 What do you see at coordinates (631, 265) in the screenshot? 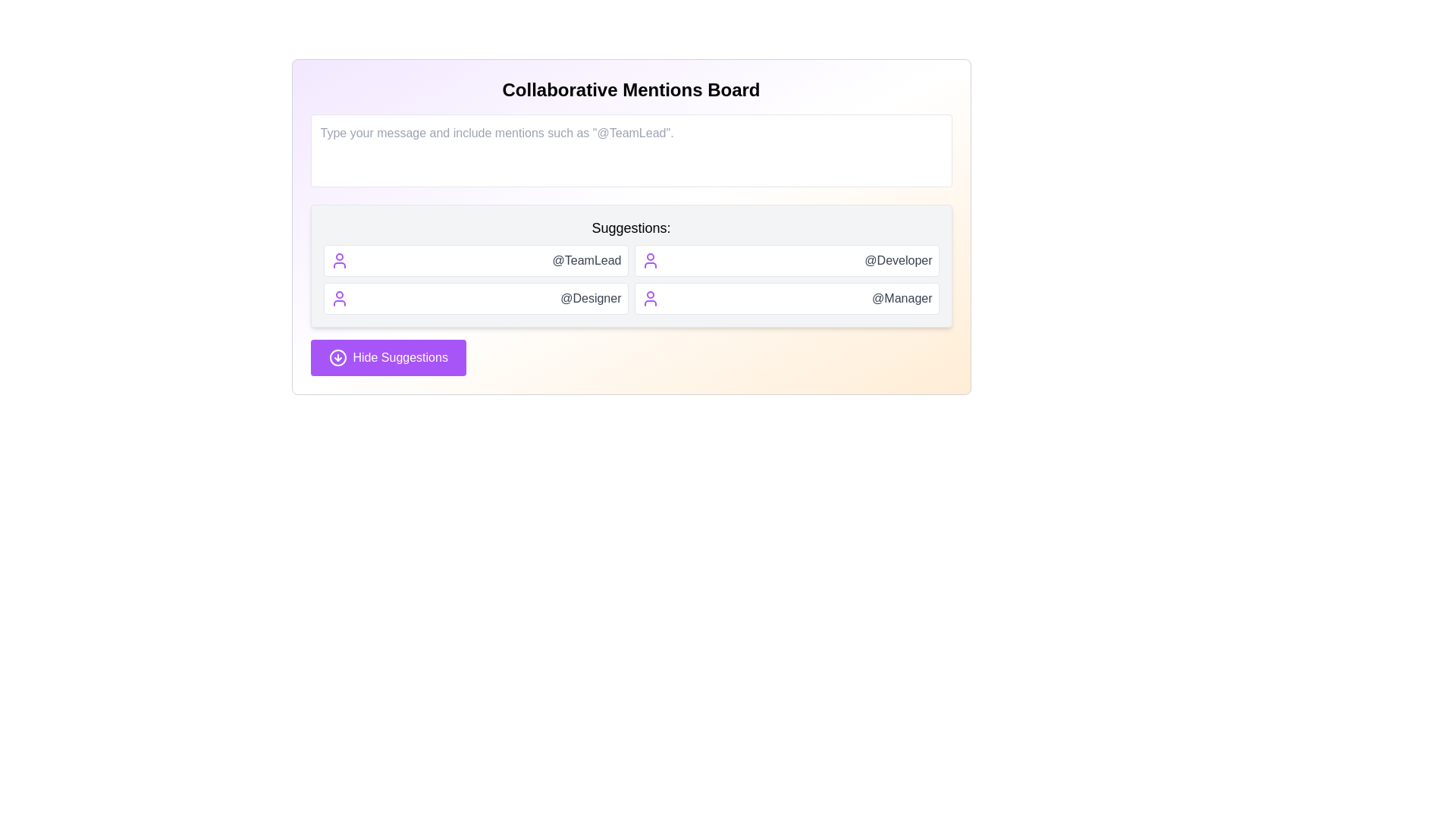
I see `the mention suggestions in the Suggestion box located in the Collaborative Mentions Board, which displays user recommendation tags such as '@TeamLead', '@Developer', '@Designer', and '@Manager'` at bounding box center [631, 265].